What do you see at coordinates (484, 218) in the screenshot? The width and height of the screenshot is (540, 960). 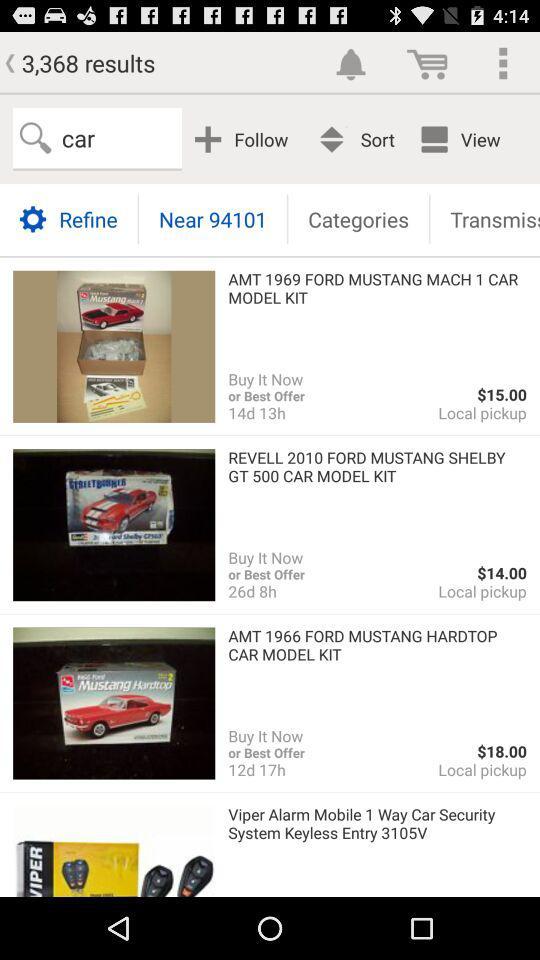 I see `transmission icon` at bounding box center [484, 218].